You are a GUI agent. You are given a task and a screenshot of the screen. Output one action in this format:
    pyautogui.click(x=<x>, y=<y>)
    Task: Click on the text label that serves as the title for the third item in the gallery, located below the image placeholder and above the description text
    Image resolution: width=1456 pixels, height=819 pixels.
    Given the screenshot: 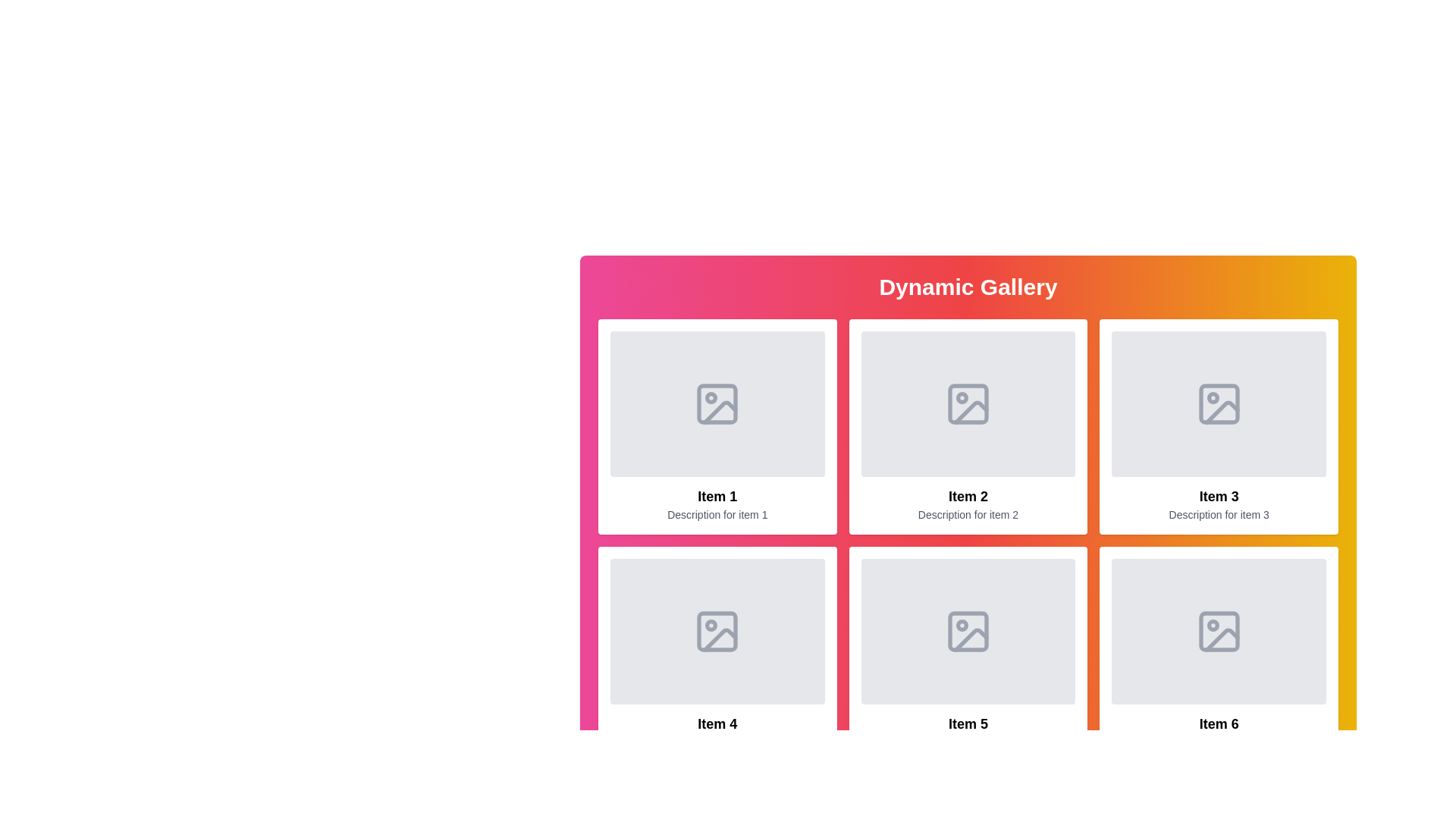 What is the action you would take?
    pyautogui.click(x=1219, y=497)
    